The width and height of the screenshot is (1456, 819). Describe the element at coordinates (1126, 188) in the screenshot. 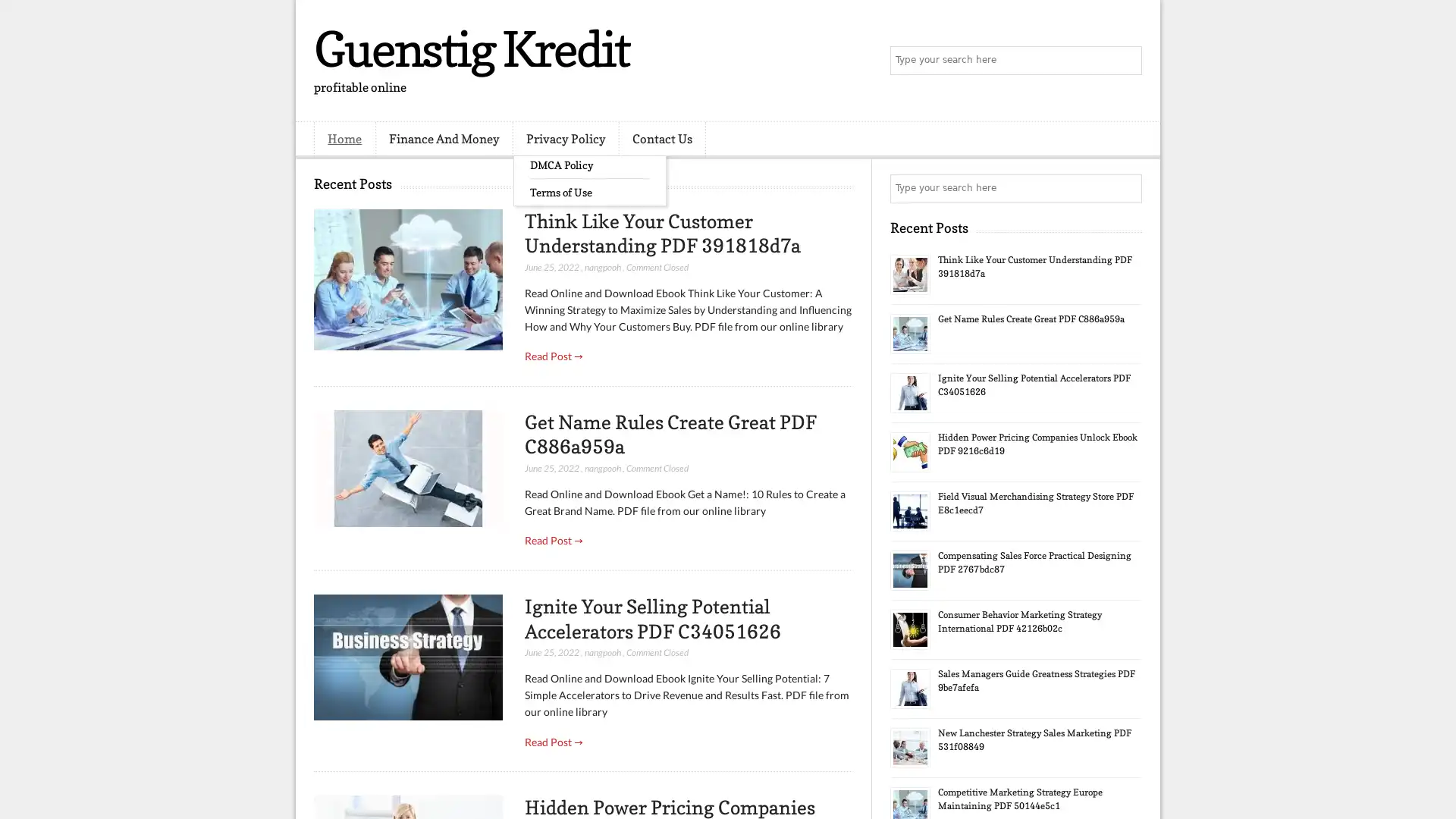

I see `Search` at that location.